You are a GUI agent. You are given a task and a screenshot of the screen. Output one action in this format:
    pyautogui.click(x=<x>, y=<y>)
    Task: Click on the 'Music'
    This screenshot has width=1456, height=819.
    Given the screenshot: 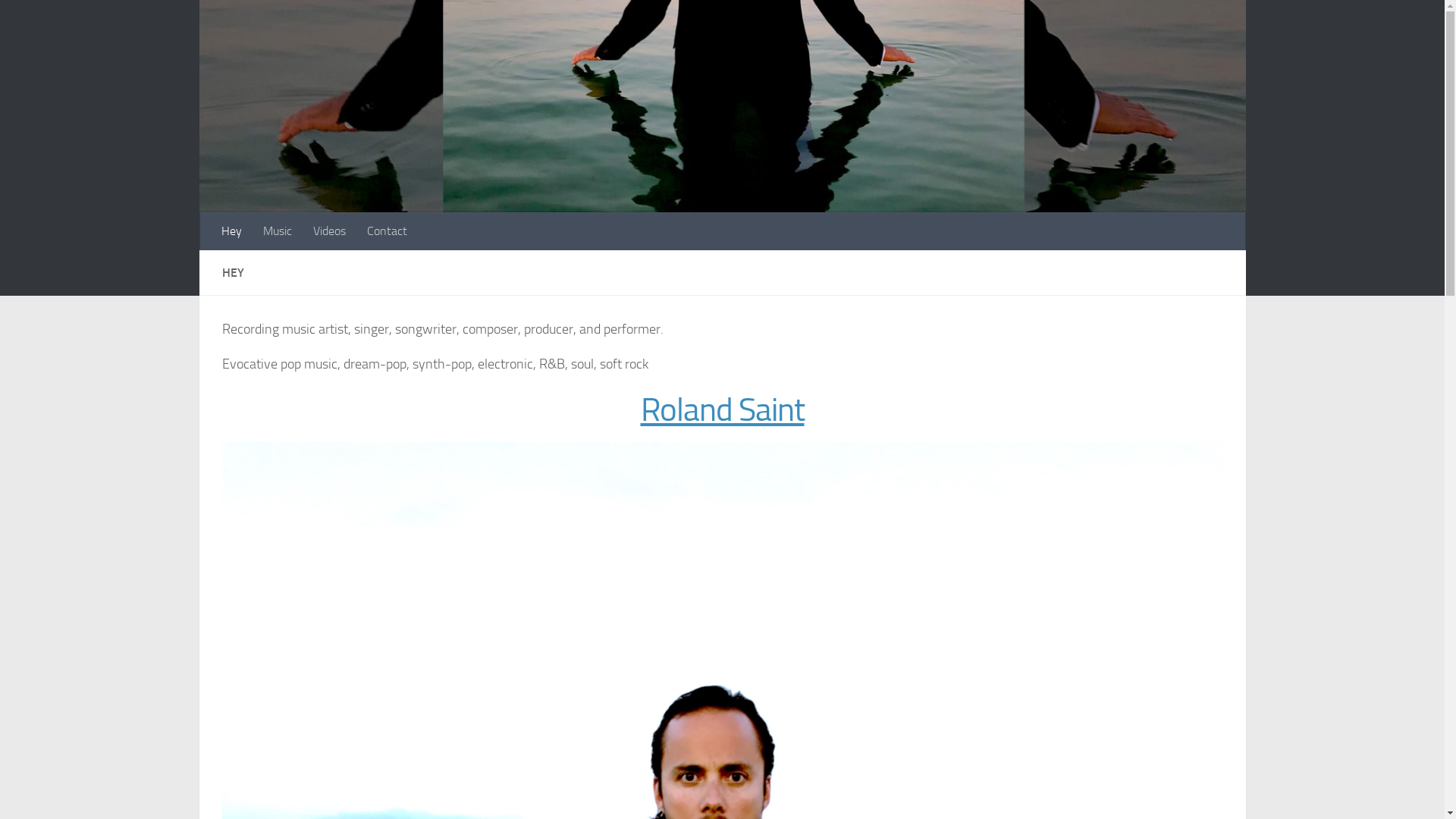 What is the action you would take?
    pyautogui.click(x=276, y=231)
    